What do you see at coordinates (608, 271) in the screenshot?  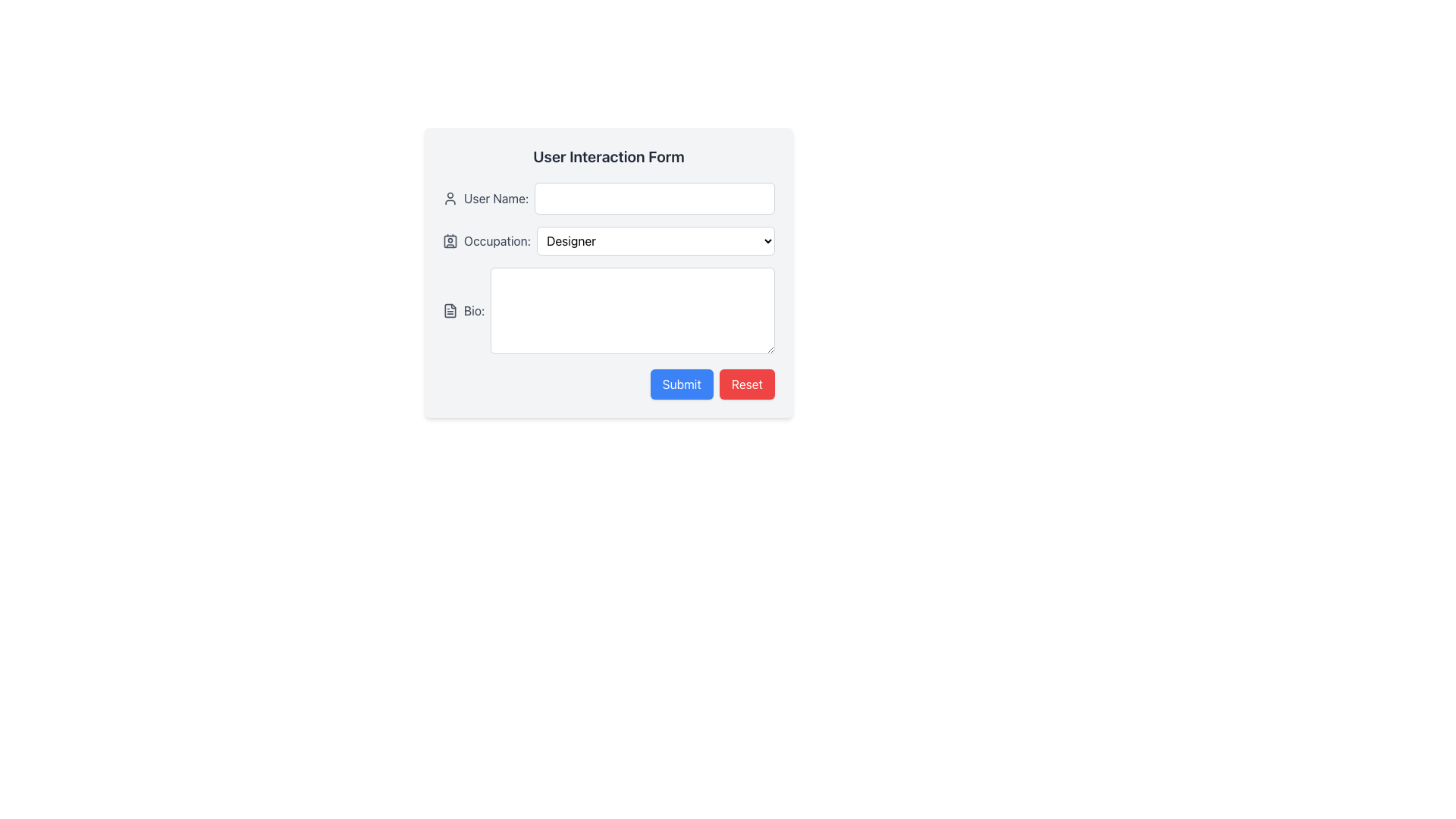 I see `the interactive form that collects user input, including fields for username, occupation, and bio` at bounding box center [608, 271].